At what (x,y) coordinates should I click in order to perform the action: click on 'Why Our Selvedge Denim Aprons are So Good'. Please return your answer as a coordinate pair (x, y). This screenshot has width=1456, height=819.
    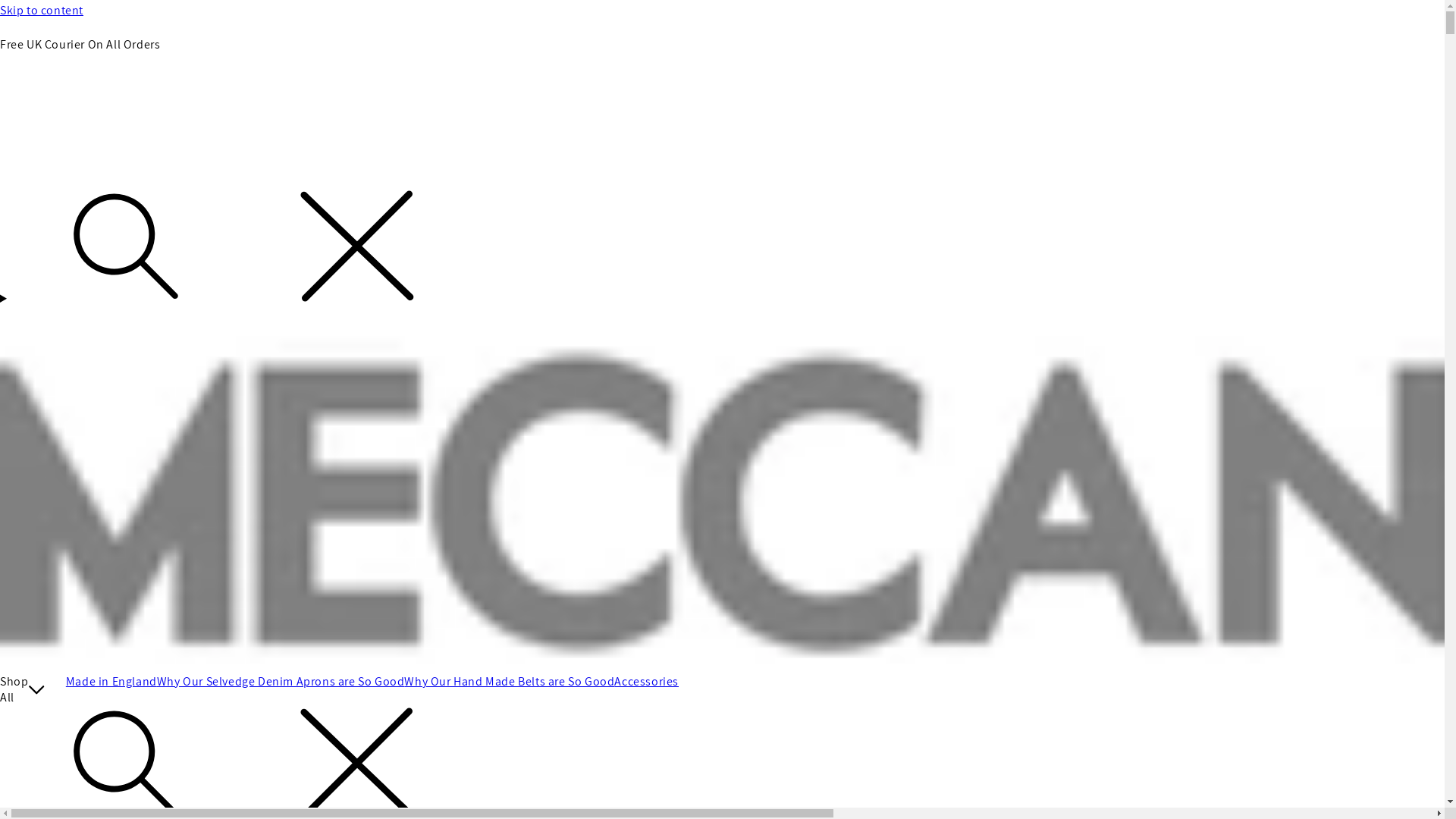
    Looking at the image, I should click on (281, 681).